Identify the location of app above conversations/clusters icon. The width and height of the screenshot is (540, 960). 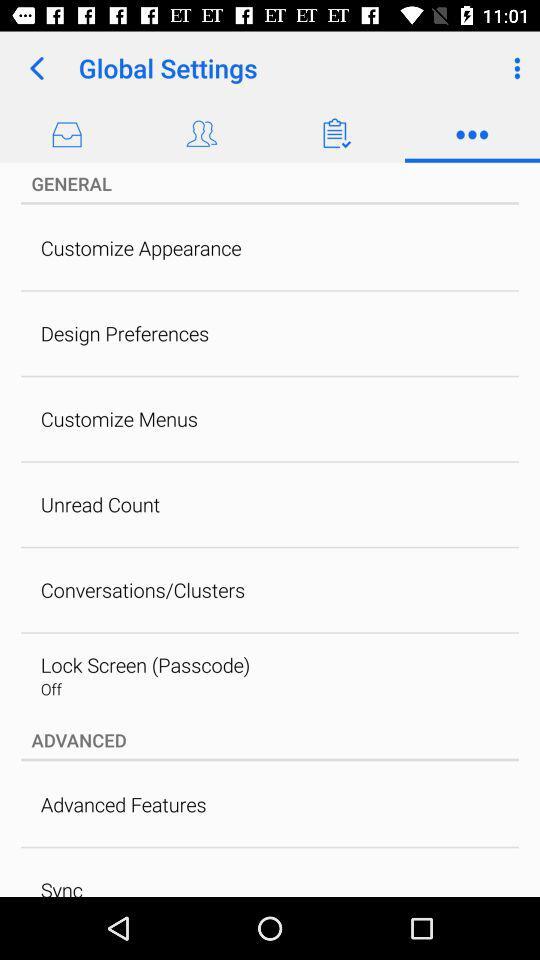
(99, 503).